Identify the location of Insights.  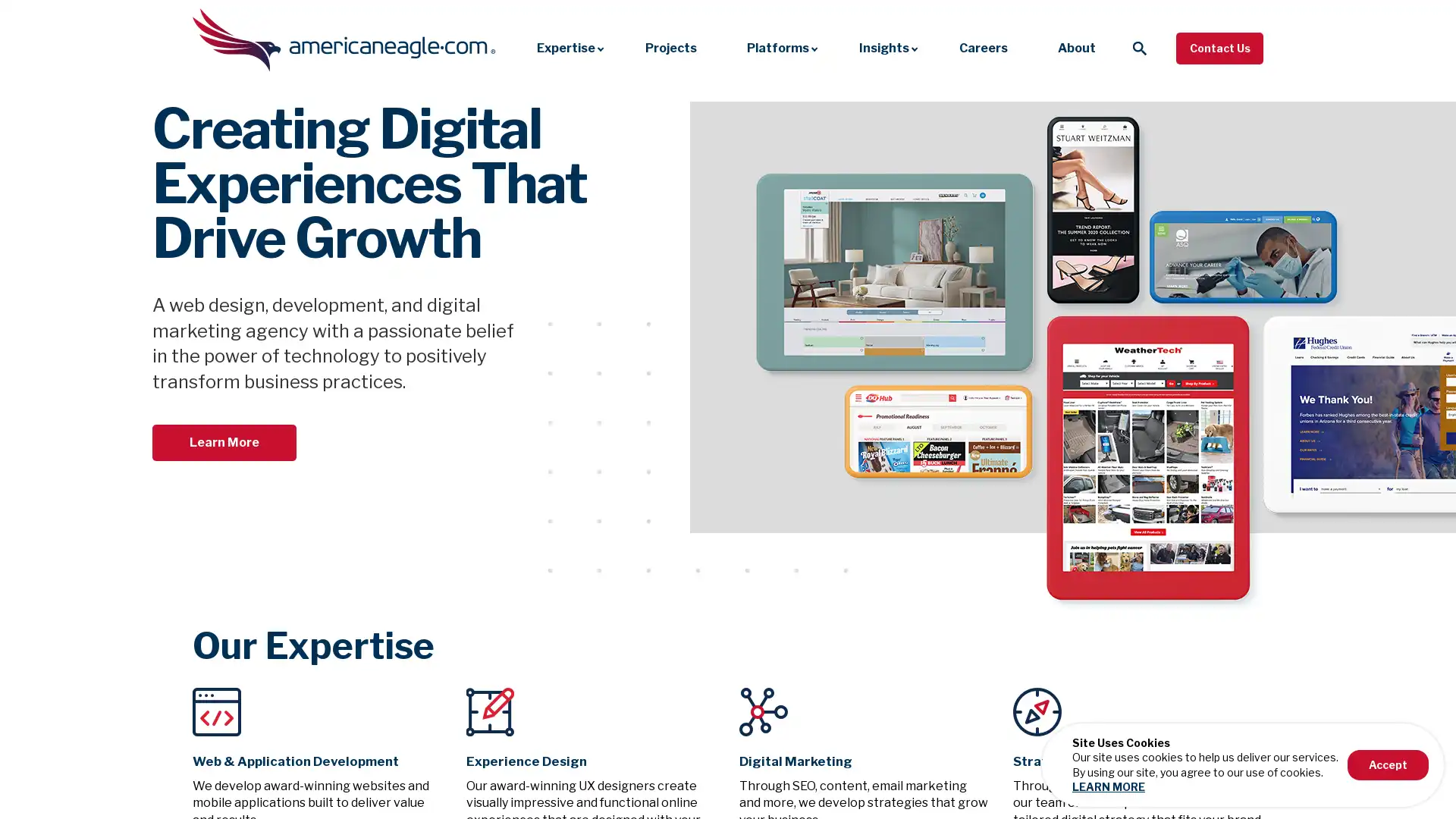
(884, 47).